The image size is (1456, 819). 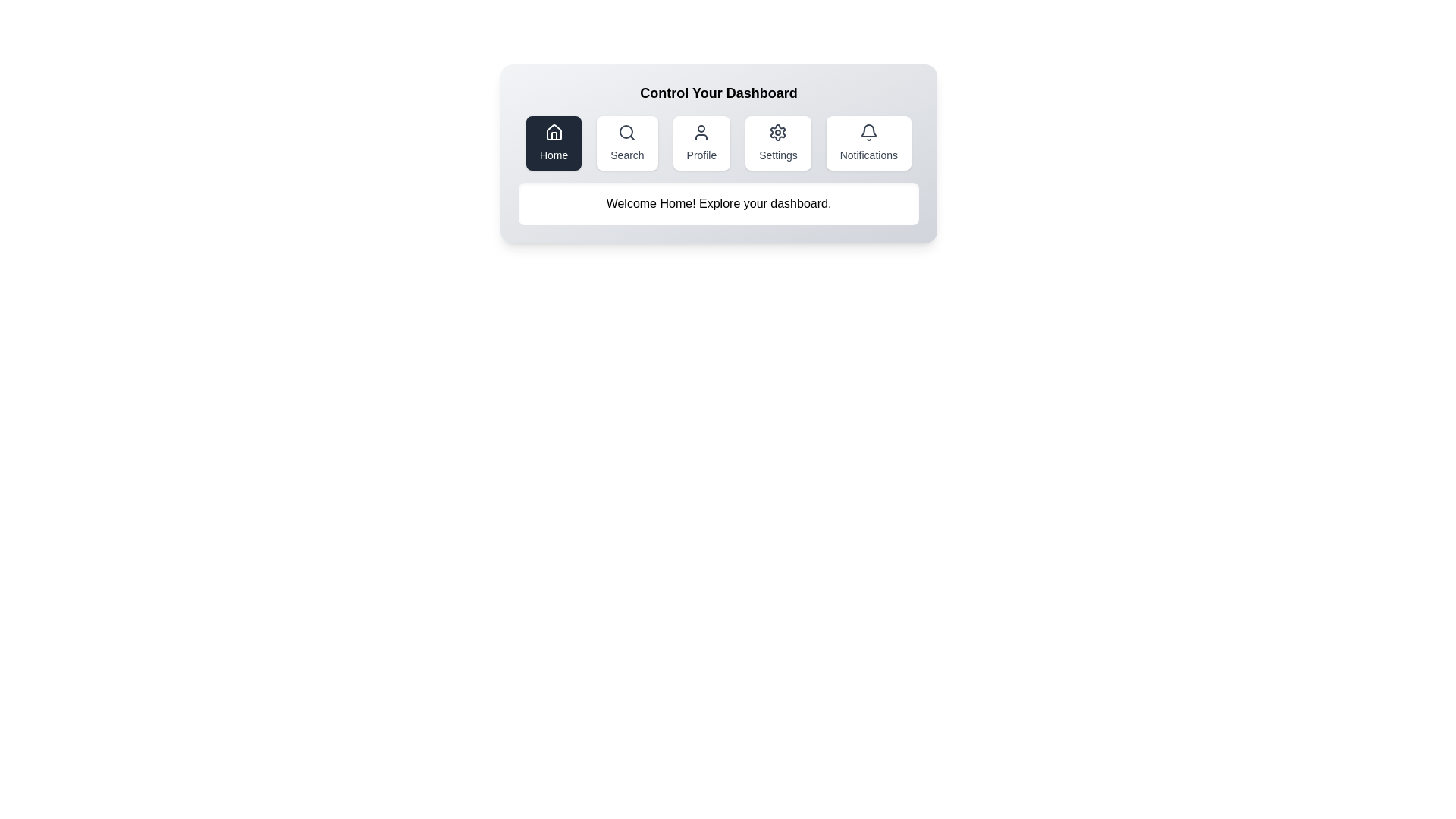 I want to click on the appearance of the Notifications icon, which serves as a visual indicator for alerts and updates, located at the top center of the interface in the menu bar, so click(x=868, y=131).